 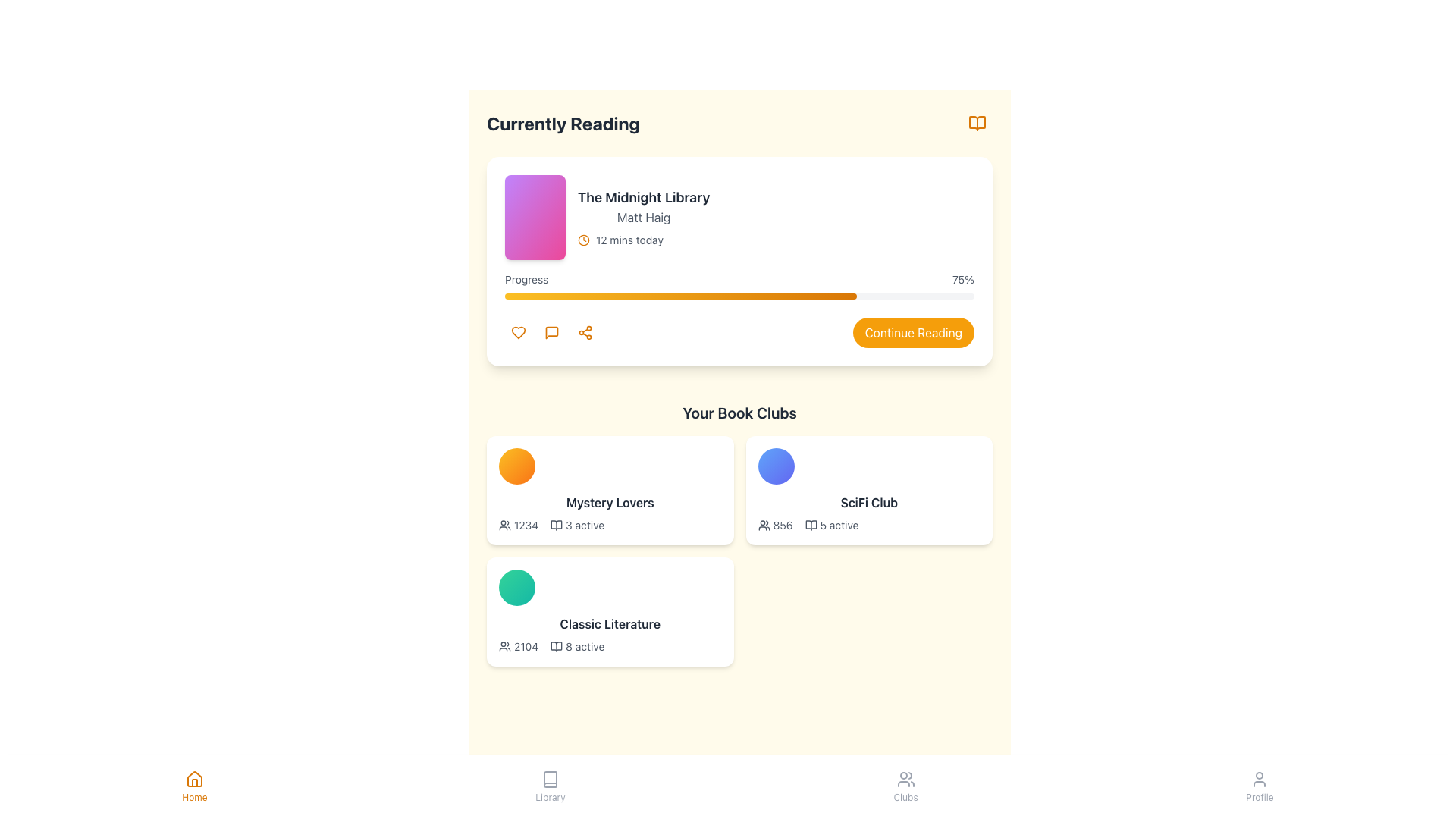 What do you see at coordinates (563, 122) in the screenshot?
I see `the Text header located at the top-left corner of a section header that provides context for currently active reading materials` at bounding box center [563, 122].